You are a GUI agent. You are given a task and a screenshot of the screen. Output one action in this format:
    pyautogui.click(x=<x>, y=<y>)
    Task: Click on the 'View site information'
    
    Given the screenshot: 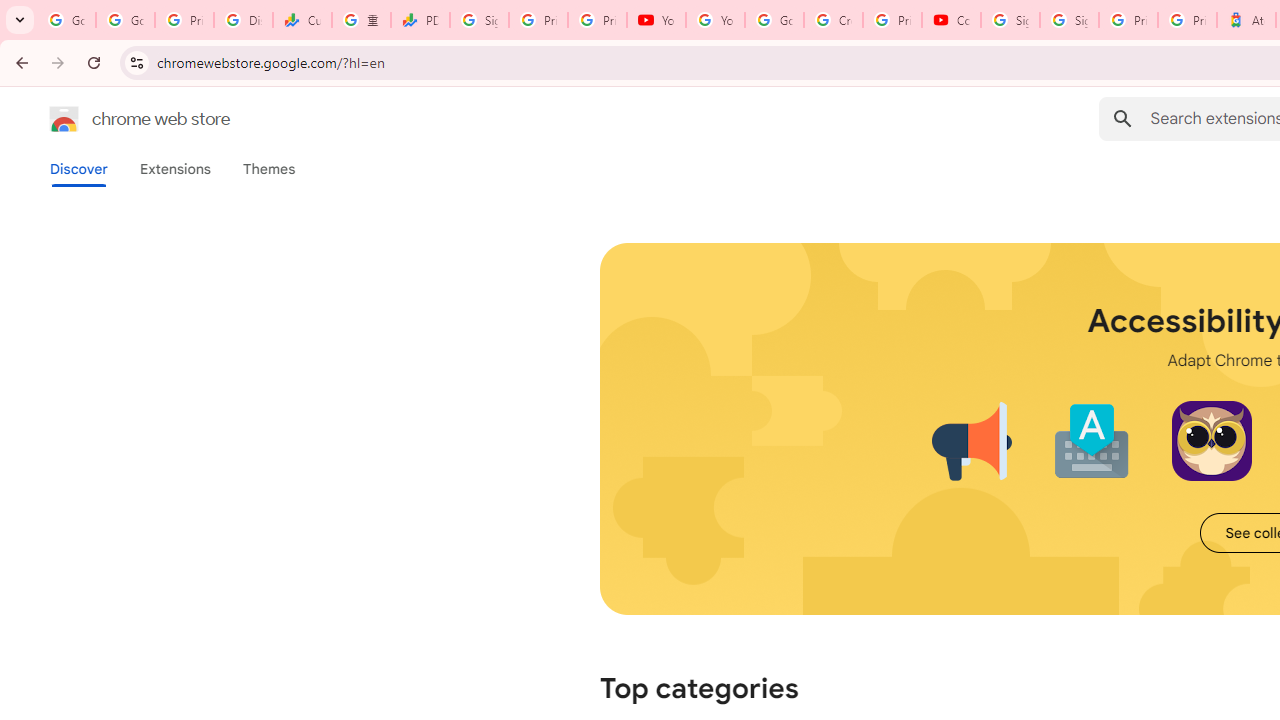 What is the action you would take?
    pyautogui.click(x=135, y=61)
    